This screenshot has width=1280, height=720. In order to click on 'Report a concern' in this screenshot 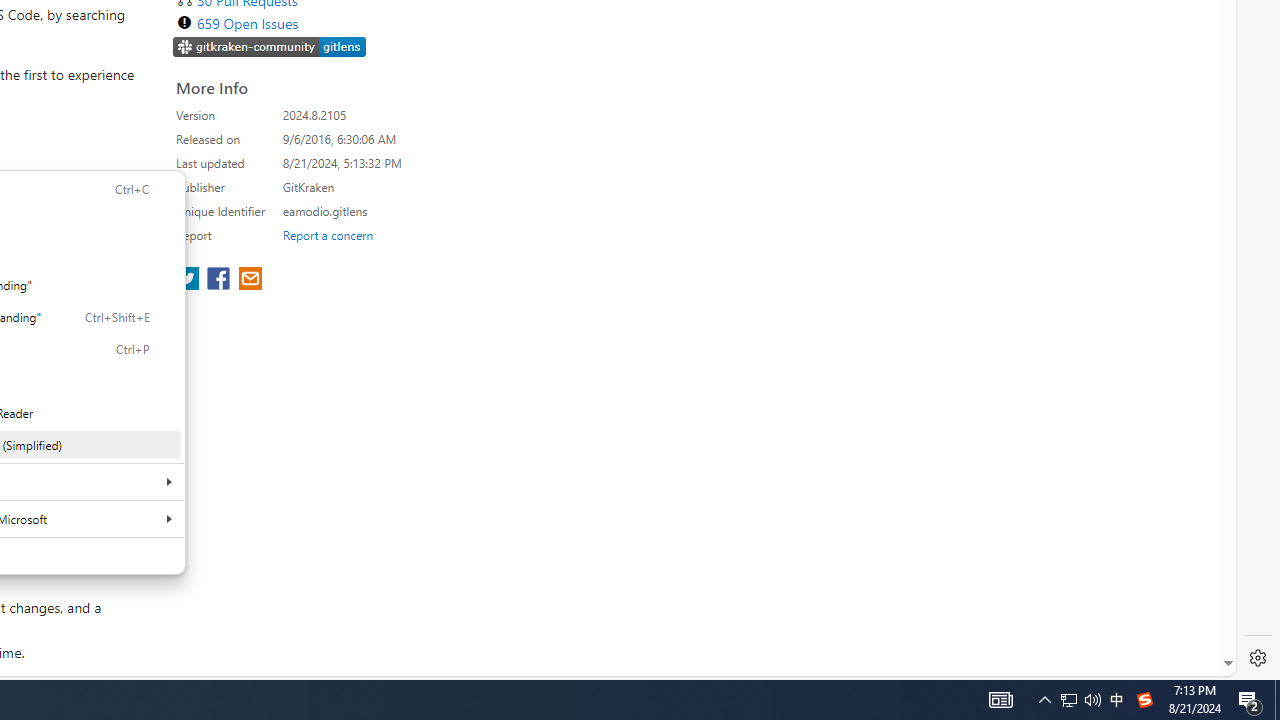, I will do `click(327, 234)`.